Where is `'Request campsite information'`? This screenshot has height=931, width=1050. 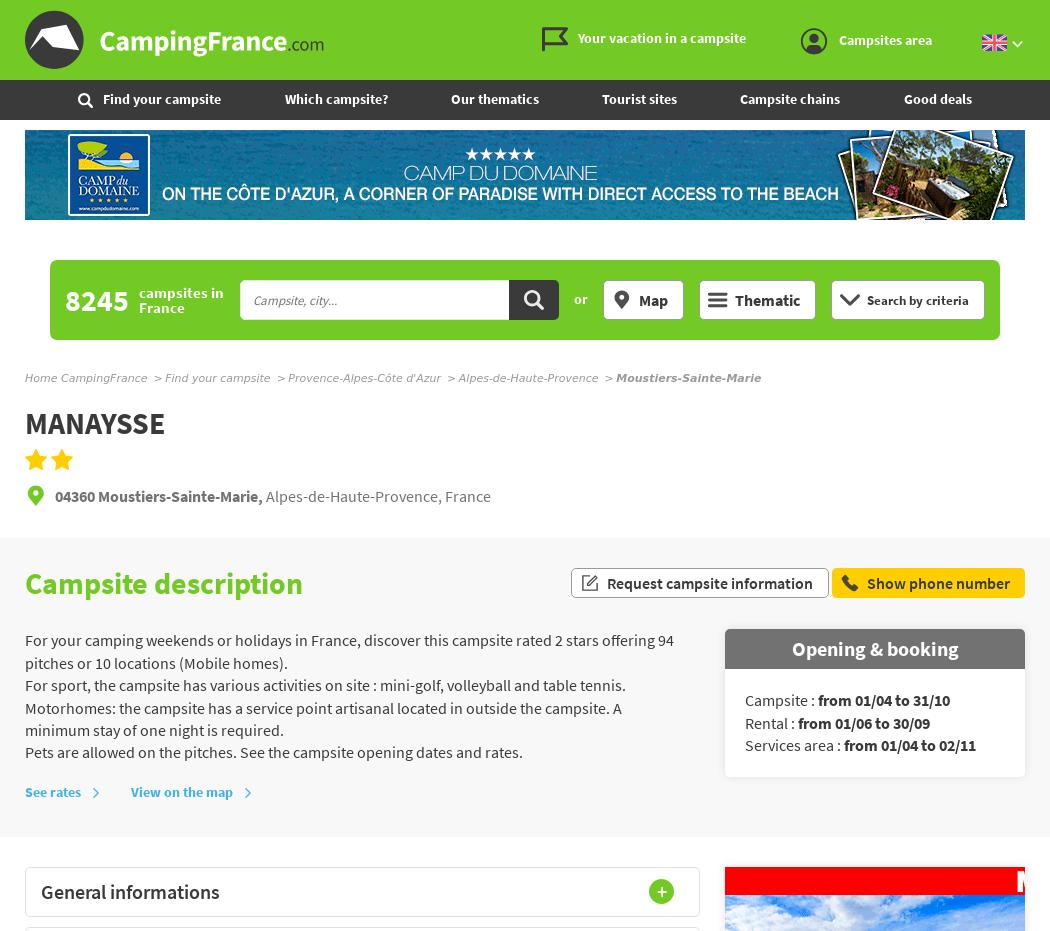 'Request campsite information' is located at coordinates (607, 581).